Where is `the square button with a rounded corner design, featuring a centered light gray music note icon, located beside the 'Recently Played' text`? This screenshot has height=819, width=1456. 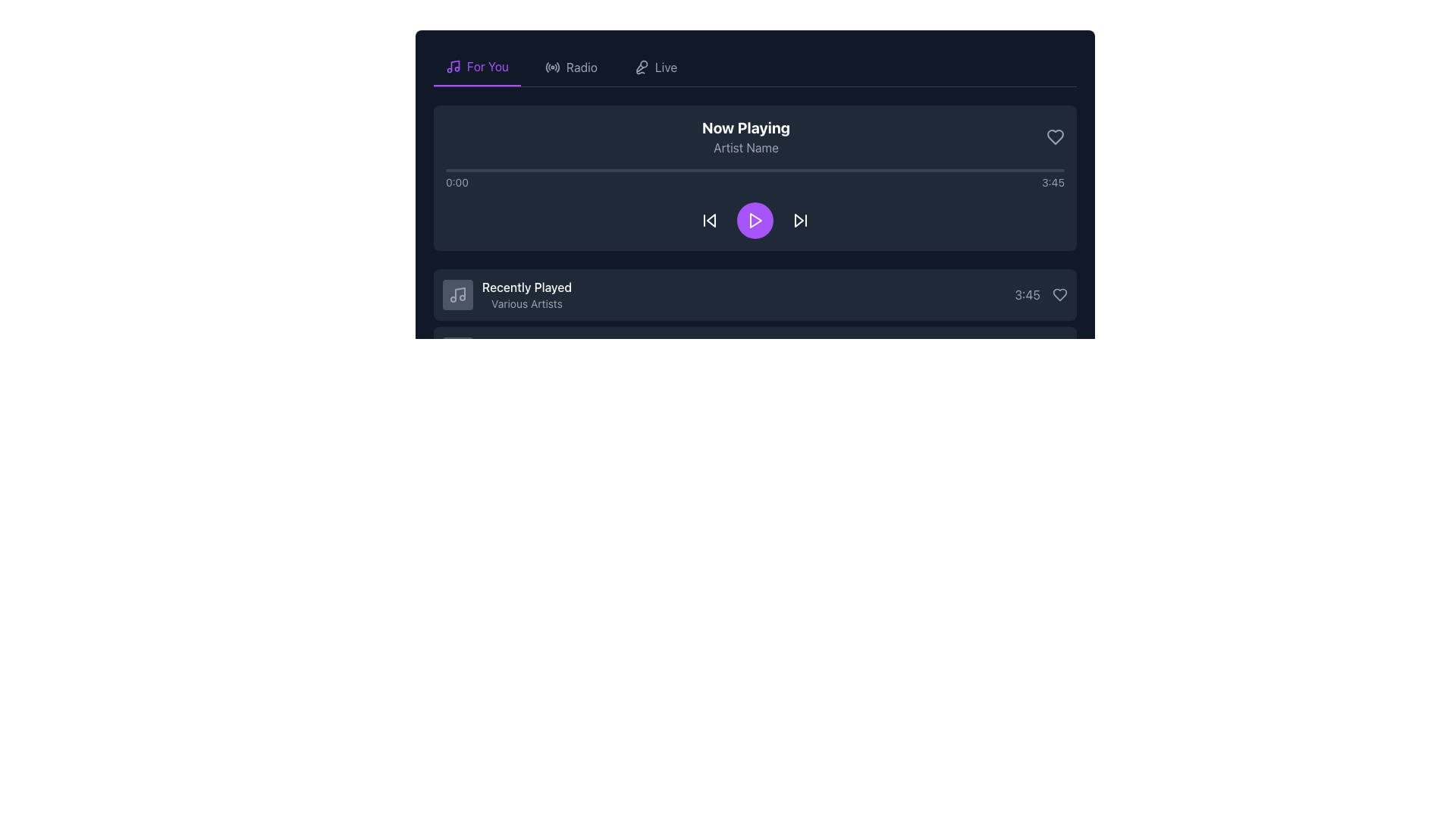 the square button with a rounded corner design, featuring a centered light gray music note icon, located beside the 'Recently Played' text is located at coordinates (457, 295).